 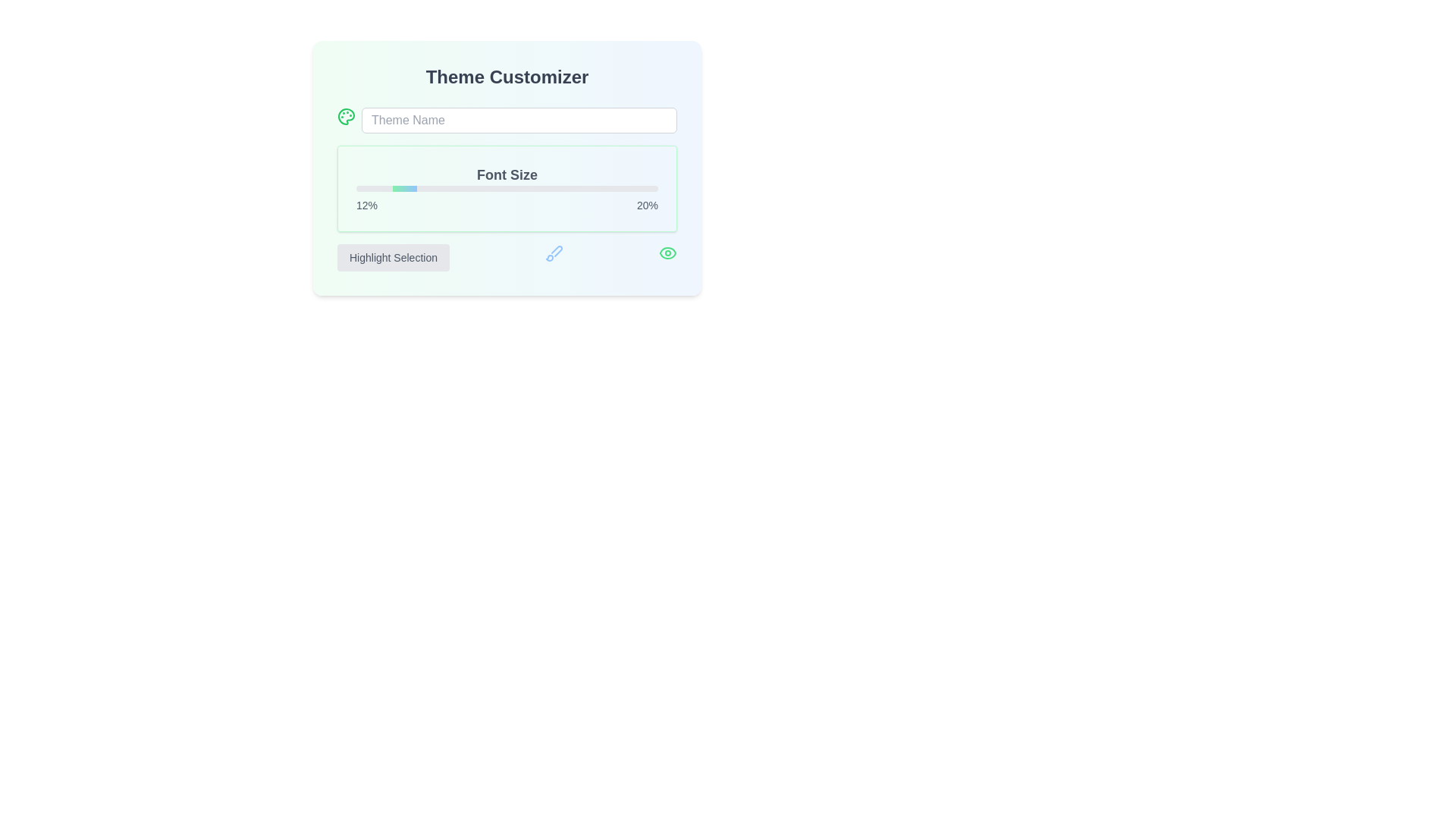 What do you see at coordinates (434, 188) in the screenshot?
I see `the font size` at bounding box center [434, 188].